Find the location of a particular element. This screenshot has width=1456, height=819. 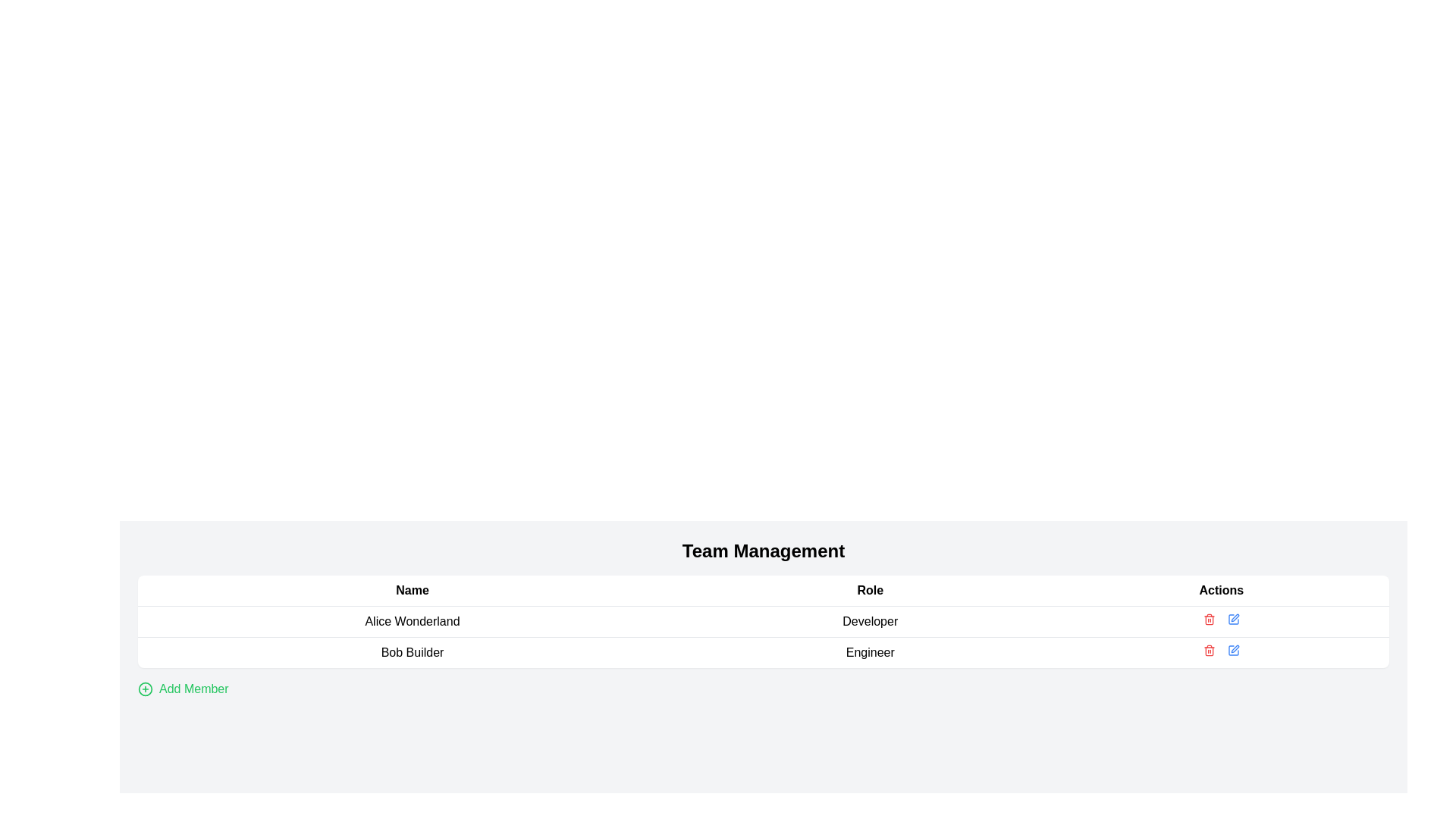

the delete icon within the 'Actions' column of the row corresponding to 'Bob Builder' is located at coordinates (1208, 651).